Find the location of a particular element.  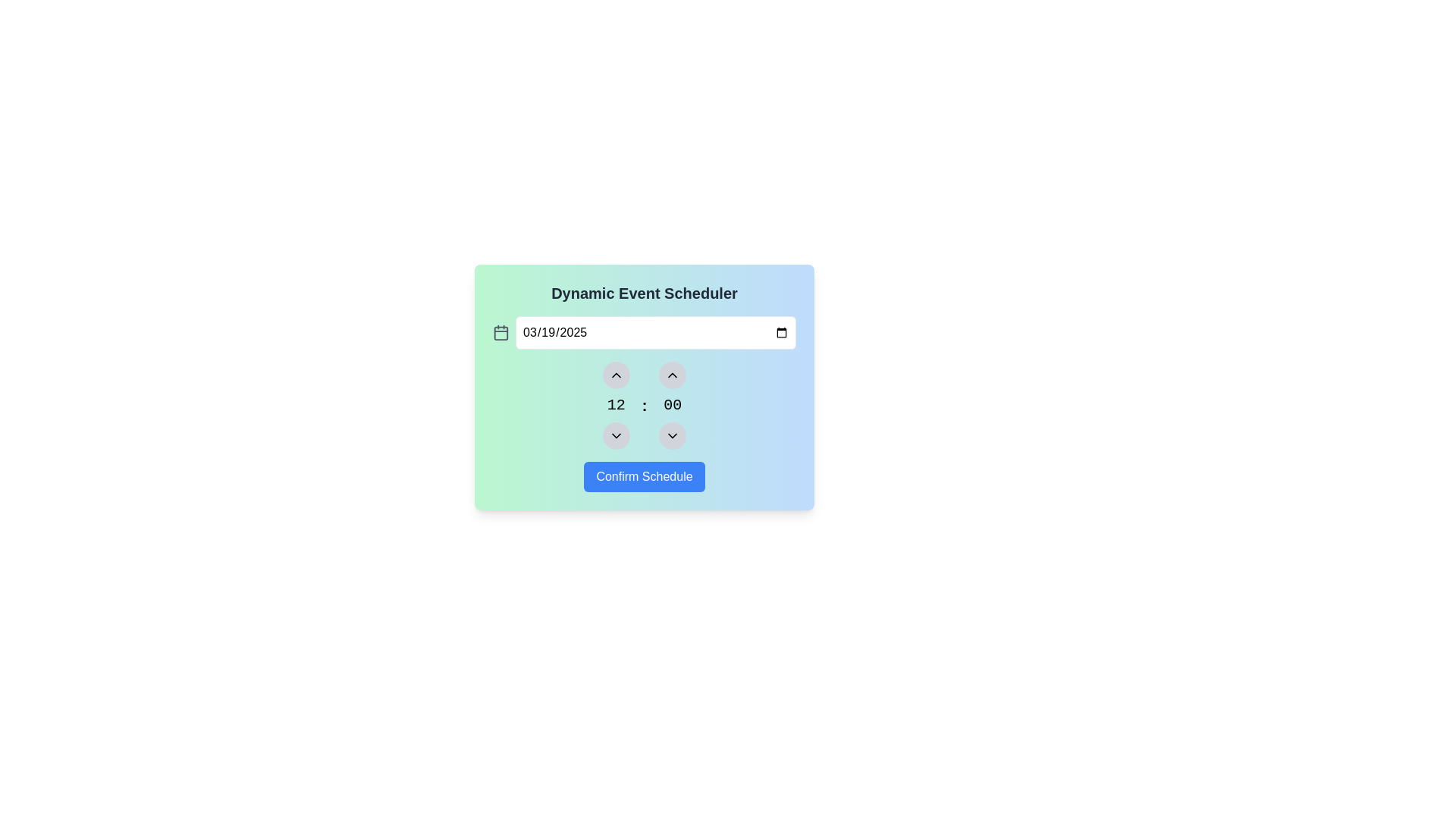

the text element displaying the number '12' in a monospace font, which is positioned in the center of a vertical arrangement within a larger box, indicating a time selection feature is located at coordinates (616, 405).